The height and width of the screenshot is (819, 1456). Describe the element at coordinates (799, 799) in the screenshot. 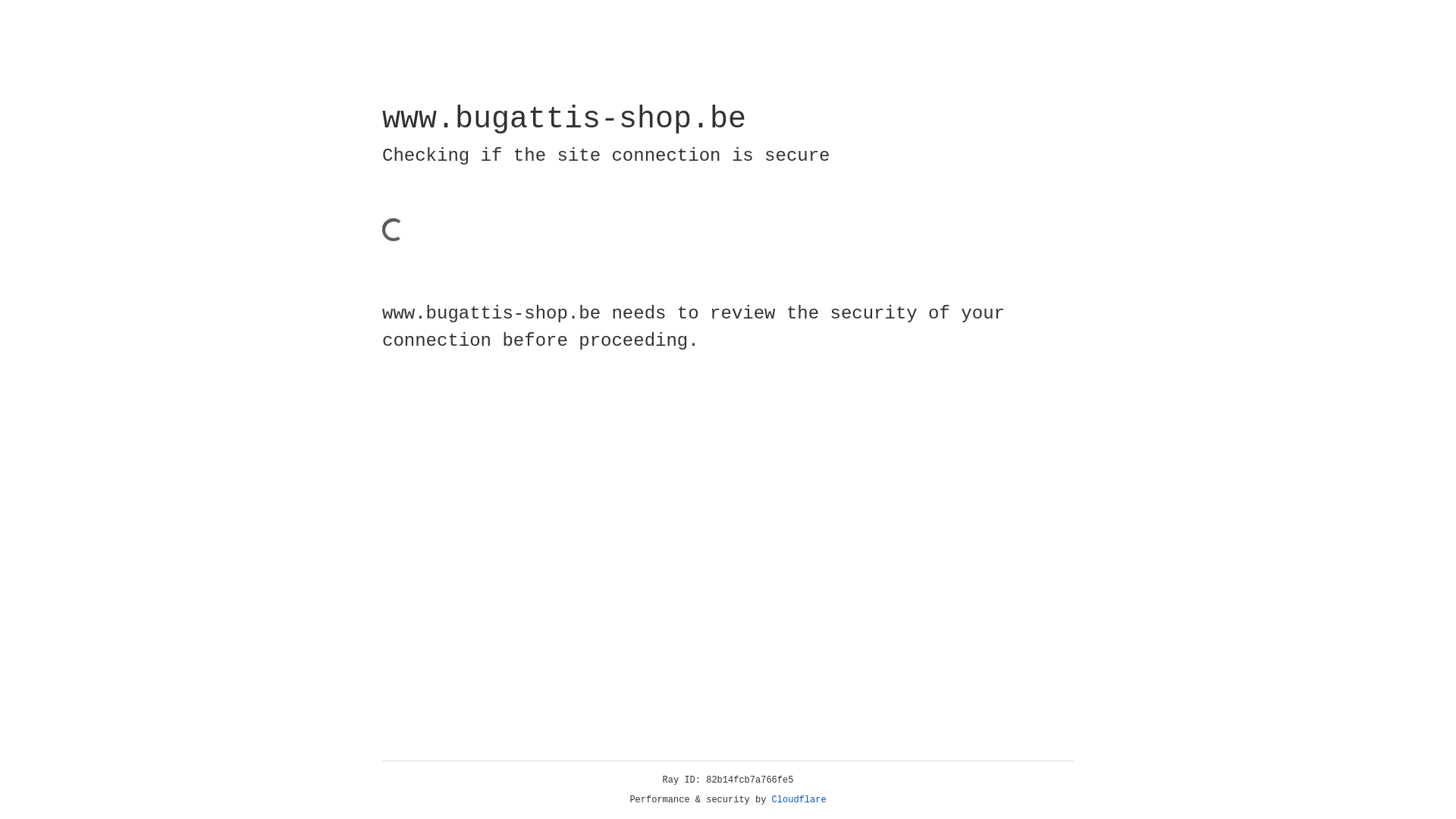

I see `'Cloudflare'` at that location.